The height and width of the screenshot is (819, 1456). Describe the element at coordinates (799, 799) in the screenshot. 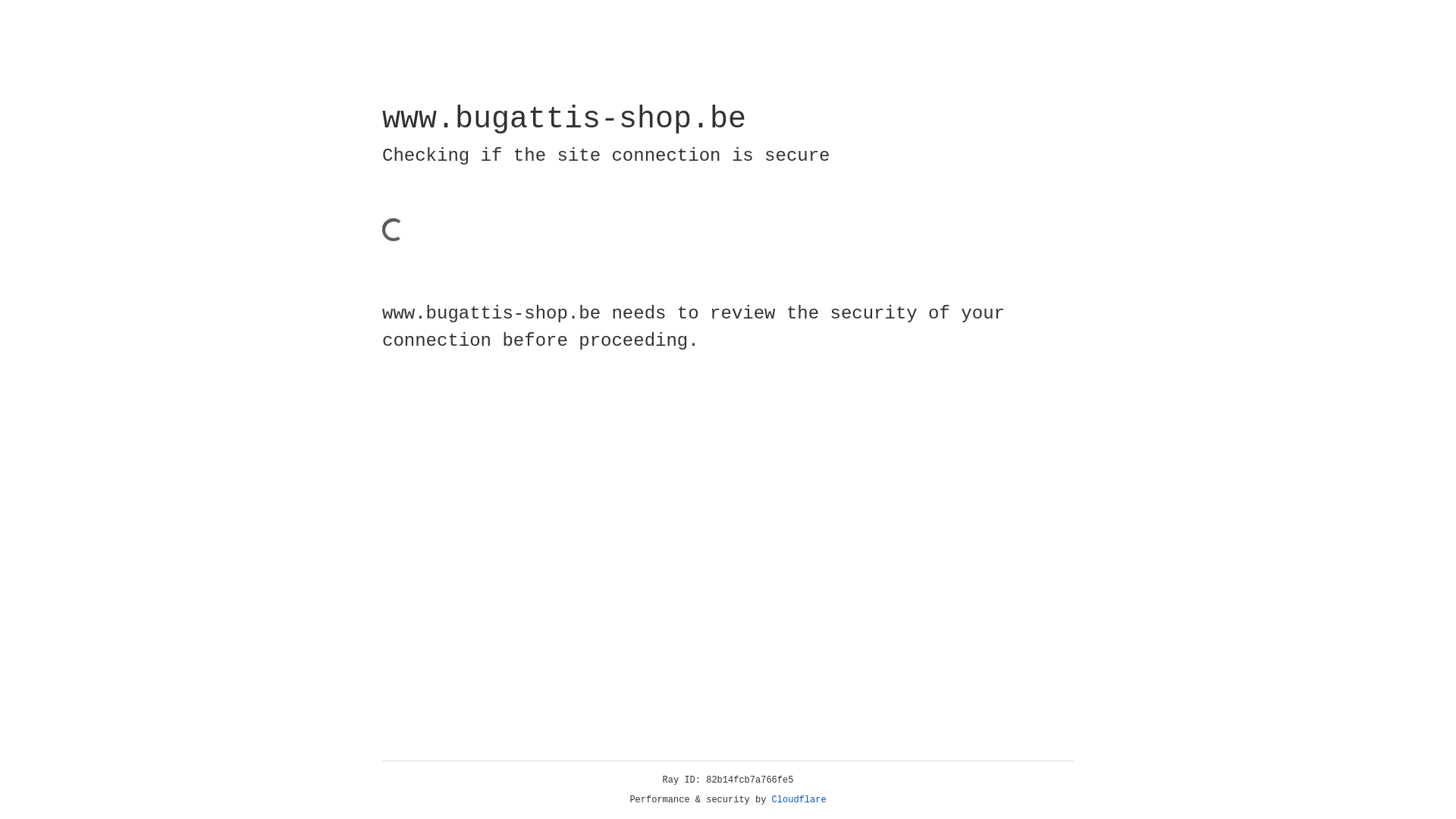

I see `'Cloudflare'` at that location.